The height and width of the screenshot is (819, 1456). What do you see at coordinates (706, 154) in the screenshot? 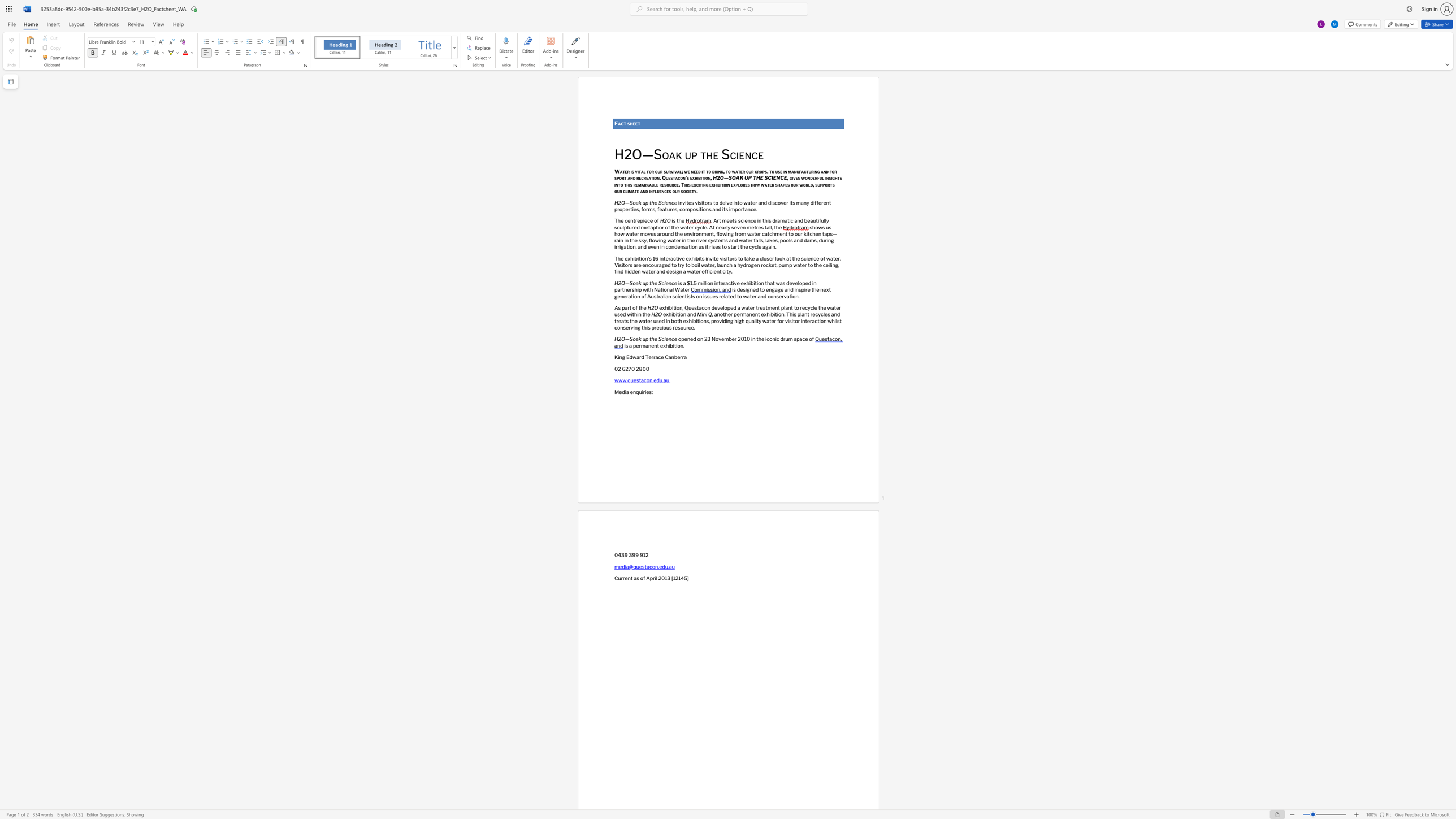
I see `the space between the continuous character "t" and "h" in the text` at bounding box center [706, 154].